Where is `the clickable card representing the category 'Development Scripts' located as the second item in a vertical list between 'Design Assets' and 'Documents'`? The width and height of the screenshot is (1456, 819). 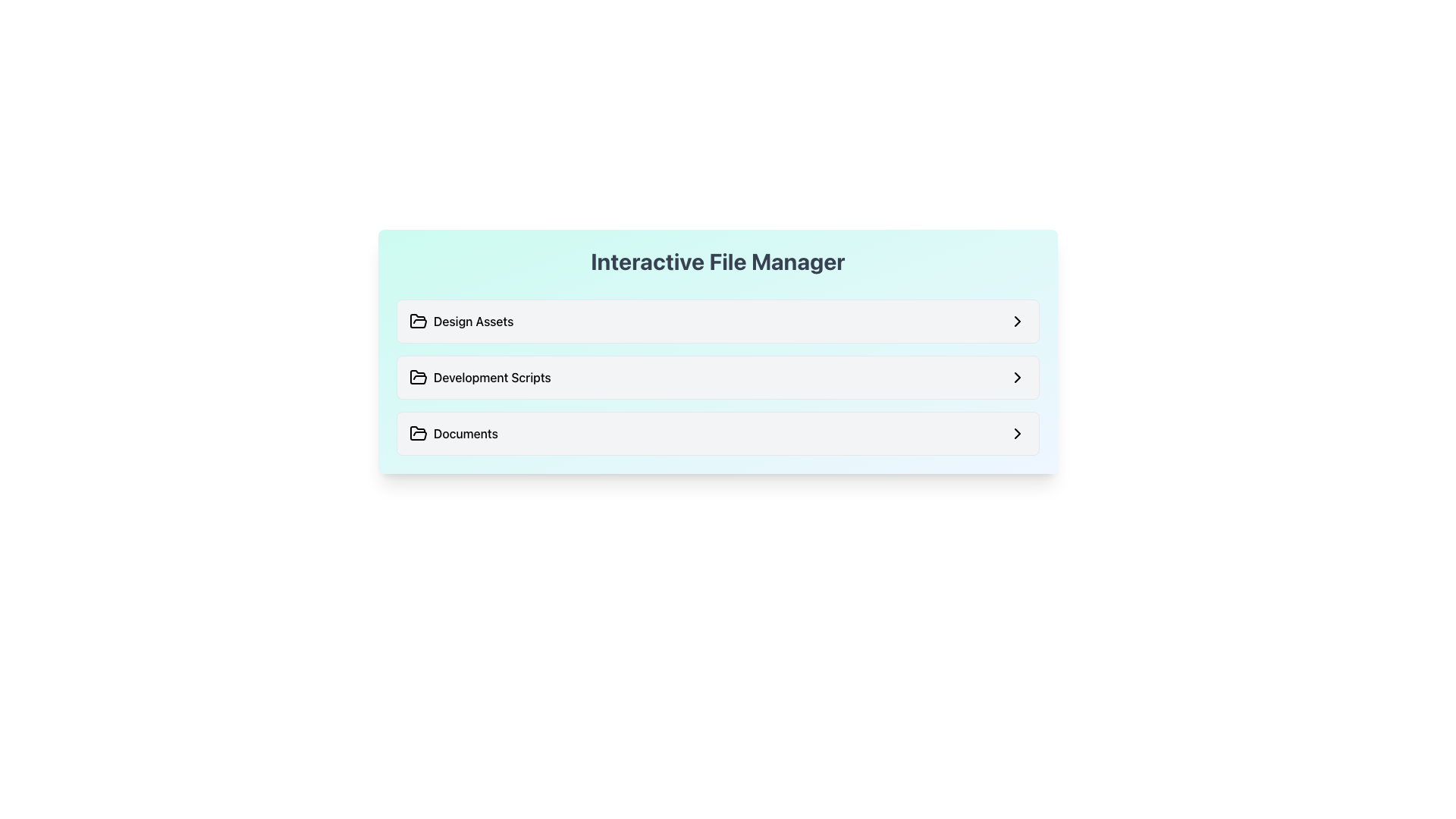
the clickable card representing the category 'Development Scripts' located as the second item in a vertical list between 'Design Assets' and 'Documents' is located at coordinates (717, 376).